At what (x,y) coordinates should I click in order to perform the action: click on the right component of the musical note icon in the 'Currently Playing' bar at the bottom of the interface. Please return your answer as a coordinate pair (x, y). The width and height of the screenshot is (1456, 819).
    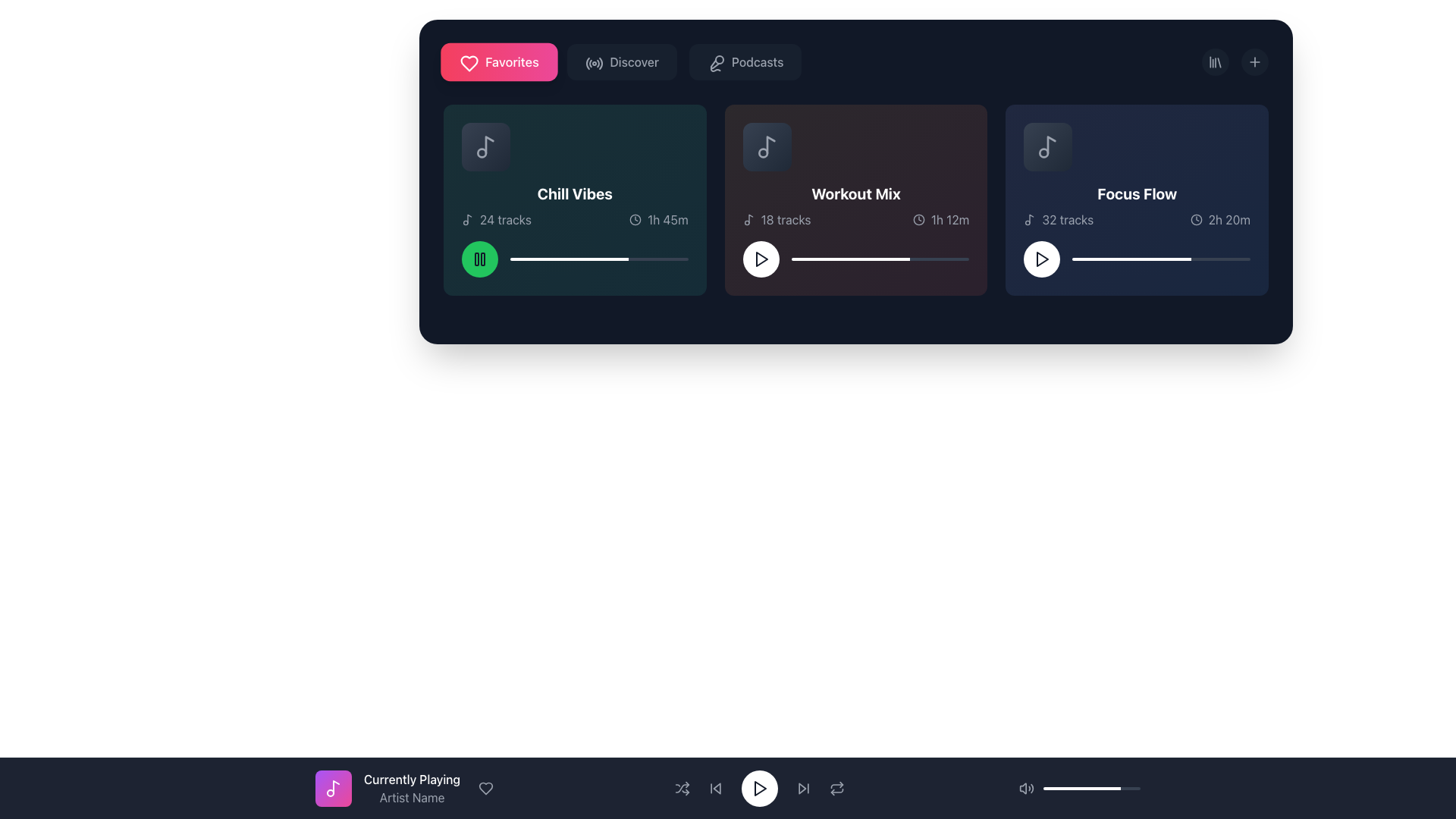
    Looking at the image, I should click on (335, 786).